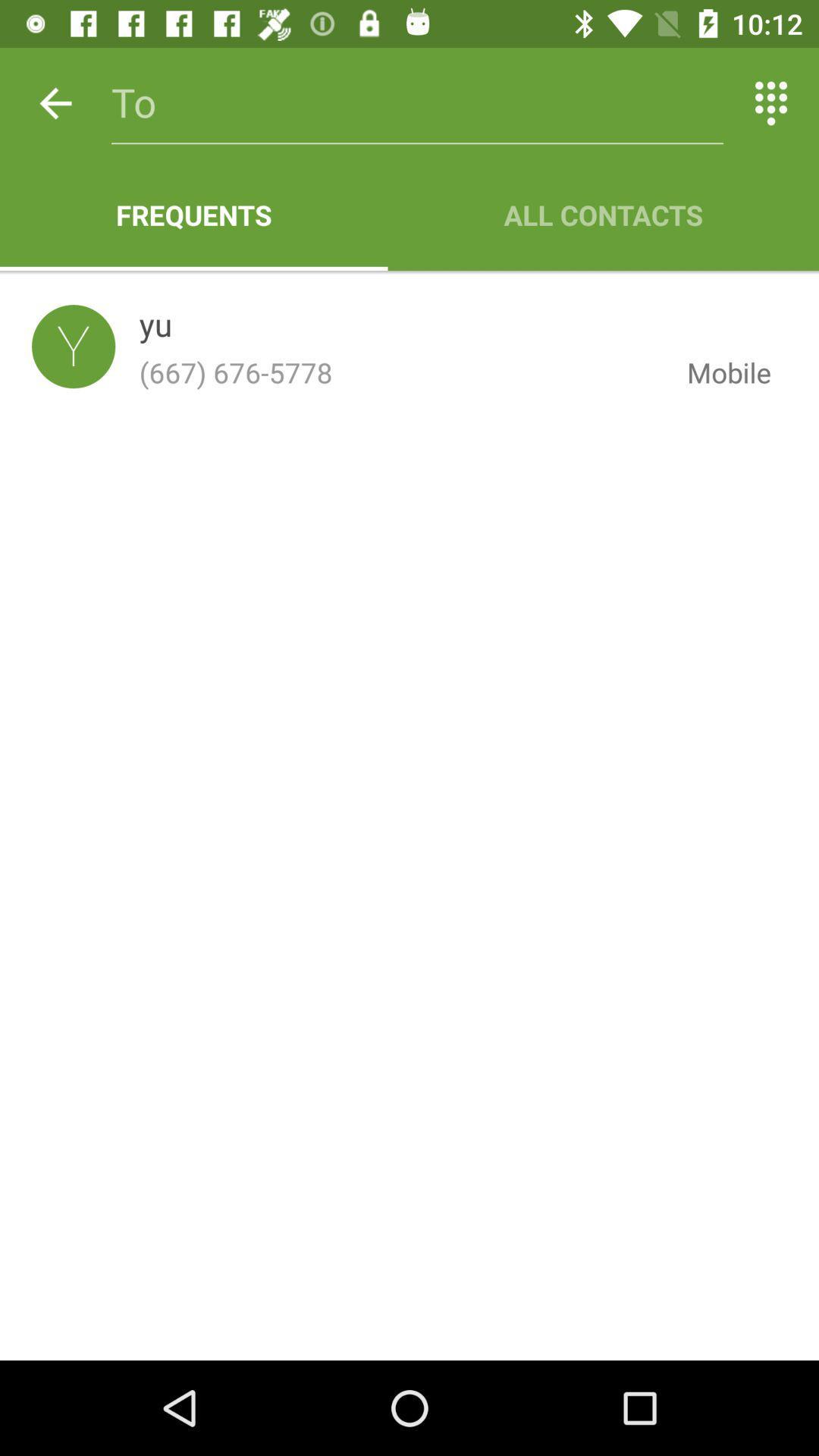  I want to click on app next to all contacts icon, so click(193, 214).